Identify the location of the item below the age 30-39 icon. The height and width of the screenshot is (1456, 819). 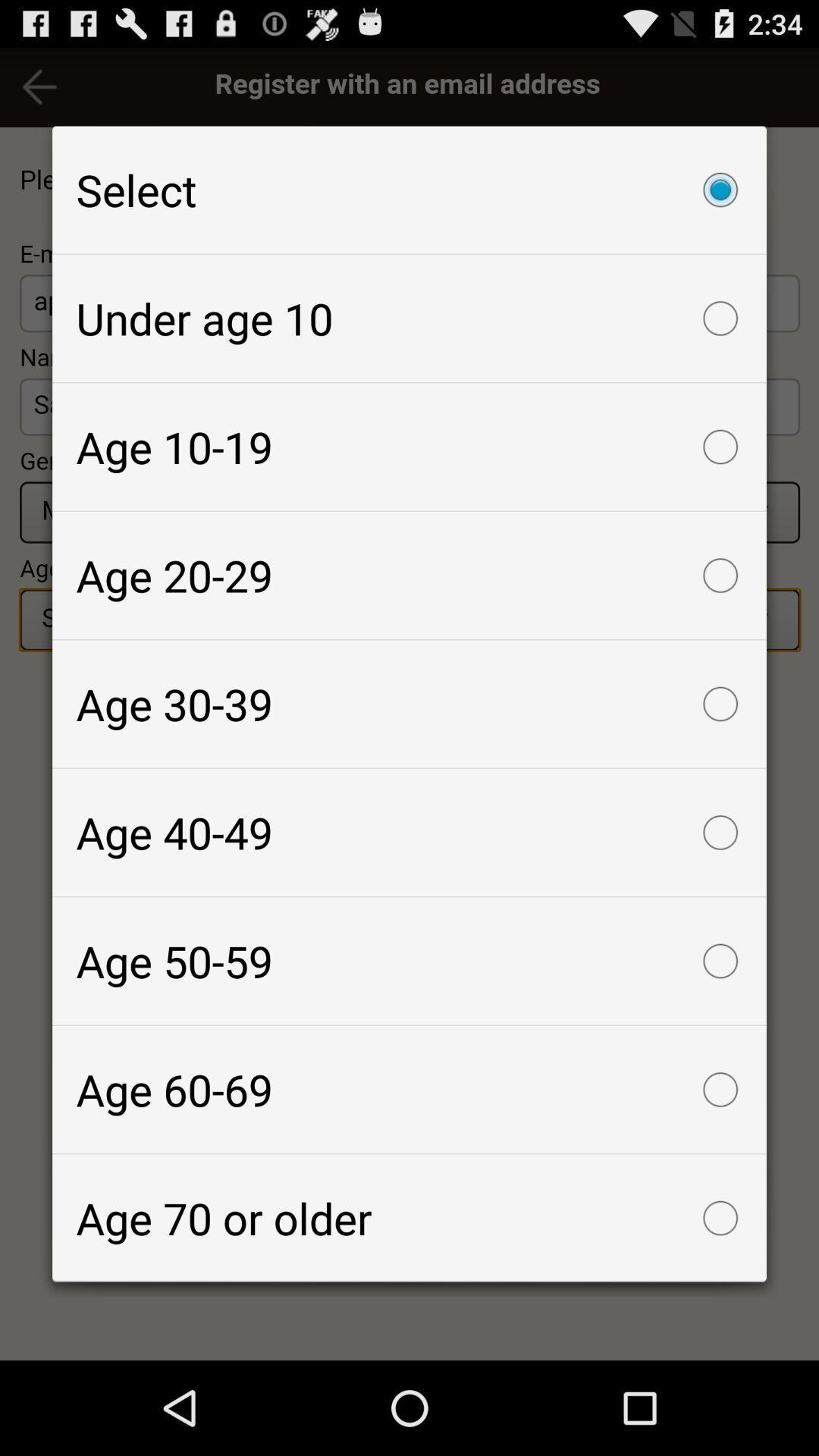
(409, 832).